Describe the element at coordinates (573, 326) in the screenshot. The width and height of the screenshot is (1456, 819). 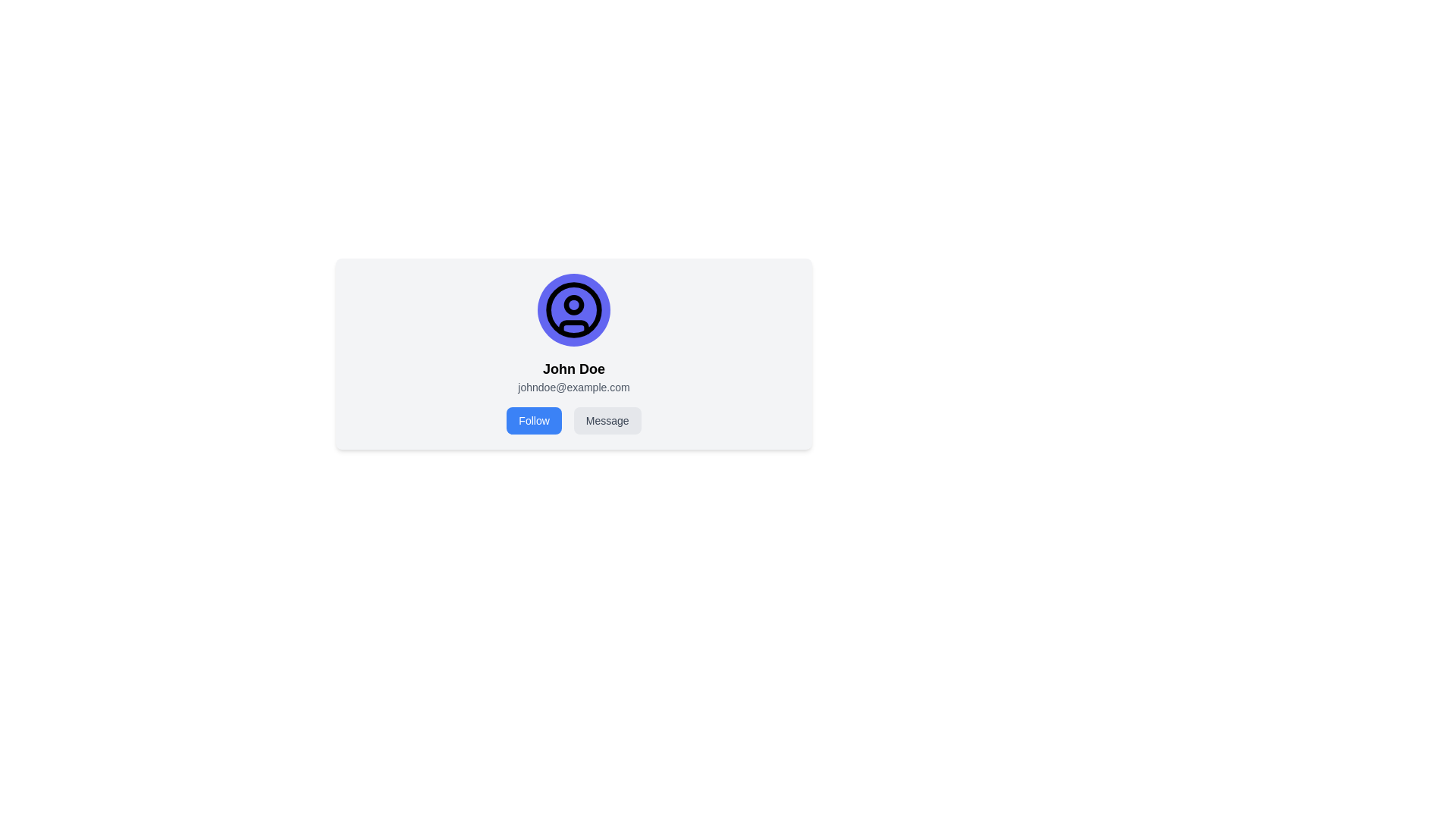
I see `the decorative graphic element at the lower portion of the user profile icon, which resembles a small arc or half-circle within the circular profile image` at that location.